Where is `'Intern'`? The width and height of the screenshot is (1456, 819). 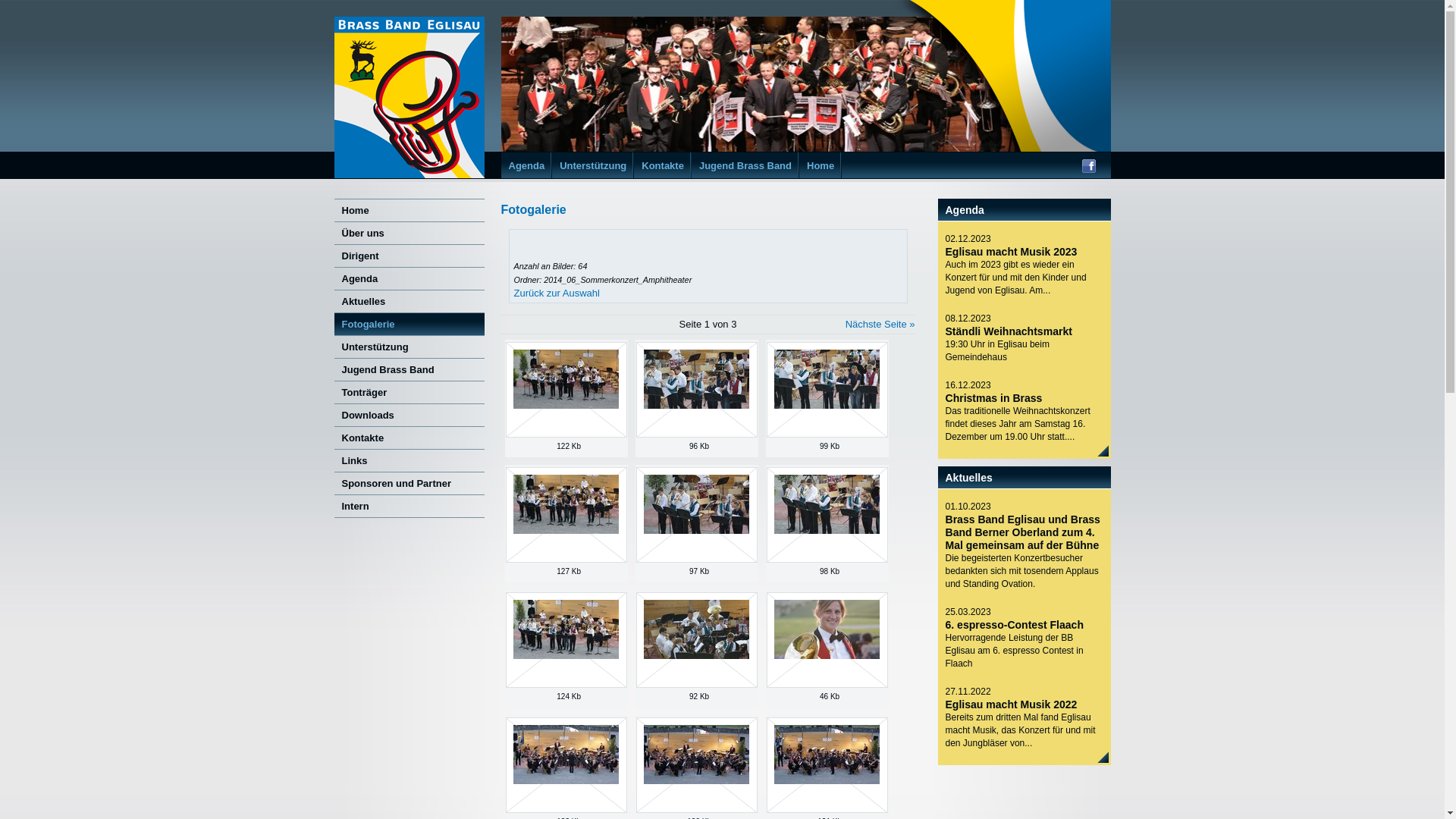
'Intern' is located at coordinates (333, 506).